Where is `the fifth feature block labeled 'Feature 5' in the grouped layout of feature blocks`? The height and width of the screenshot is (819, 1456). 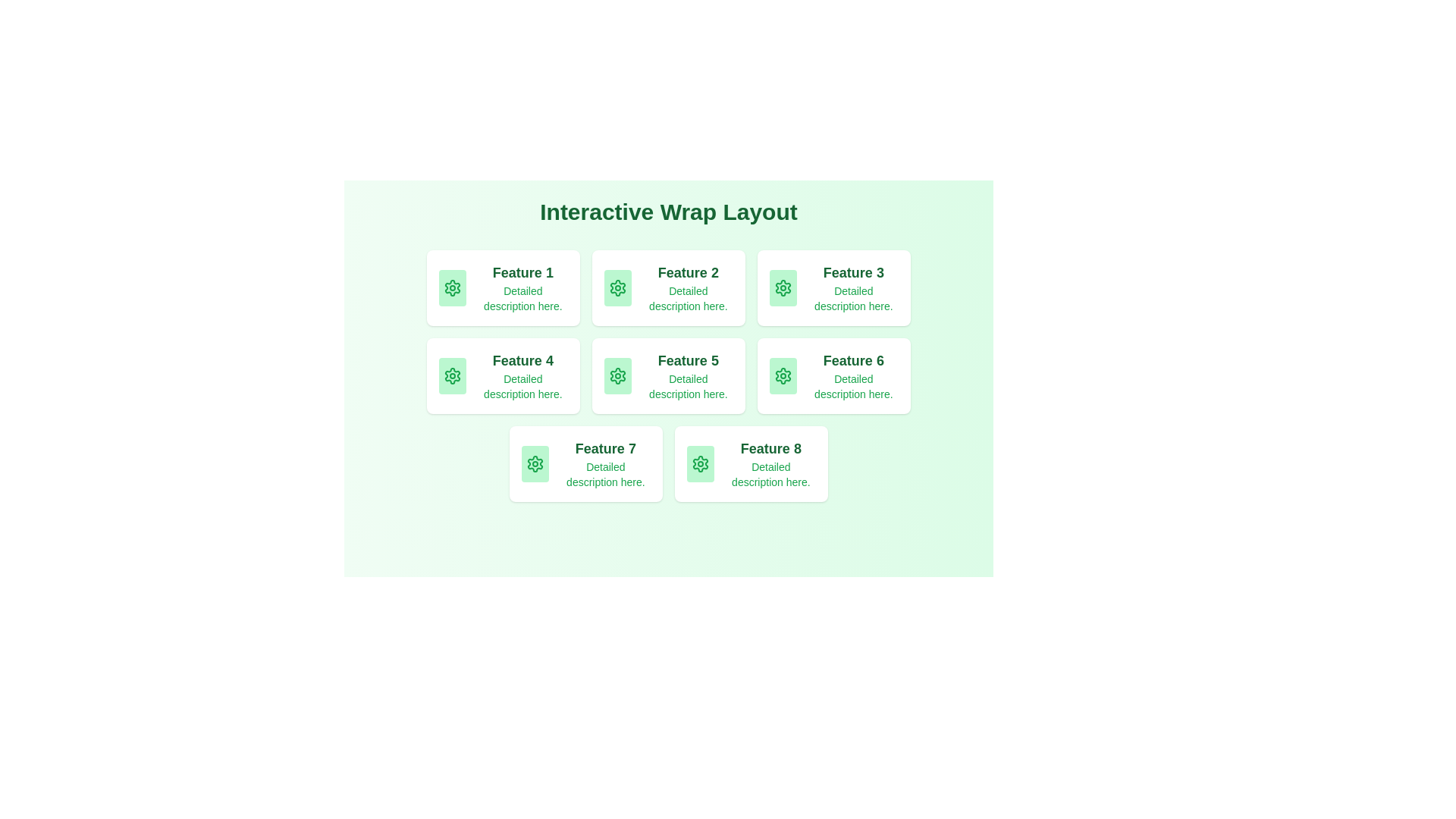 the fifth feature block labeled 'Feature 5' in the grouped layout of feature blocks is located at coordinates (668, 375).